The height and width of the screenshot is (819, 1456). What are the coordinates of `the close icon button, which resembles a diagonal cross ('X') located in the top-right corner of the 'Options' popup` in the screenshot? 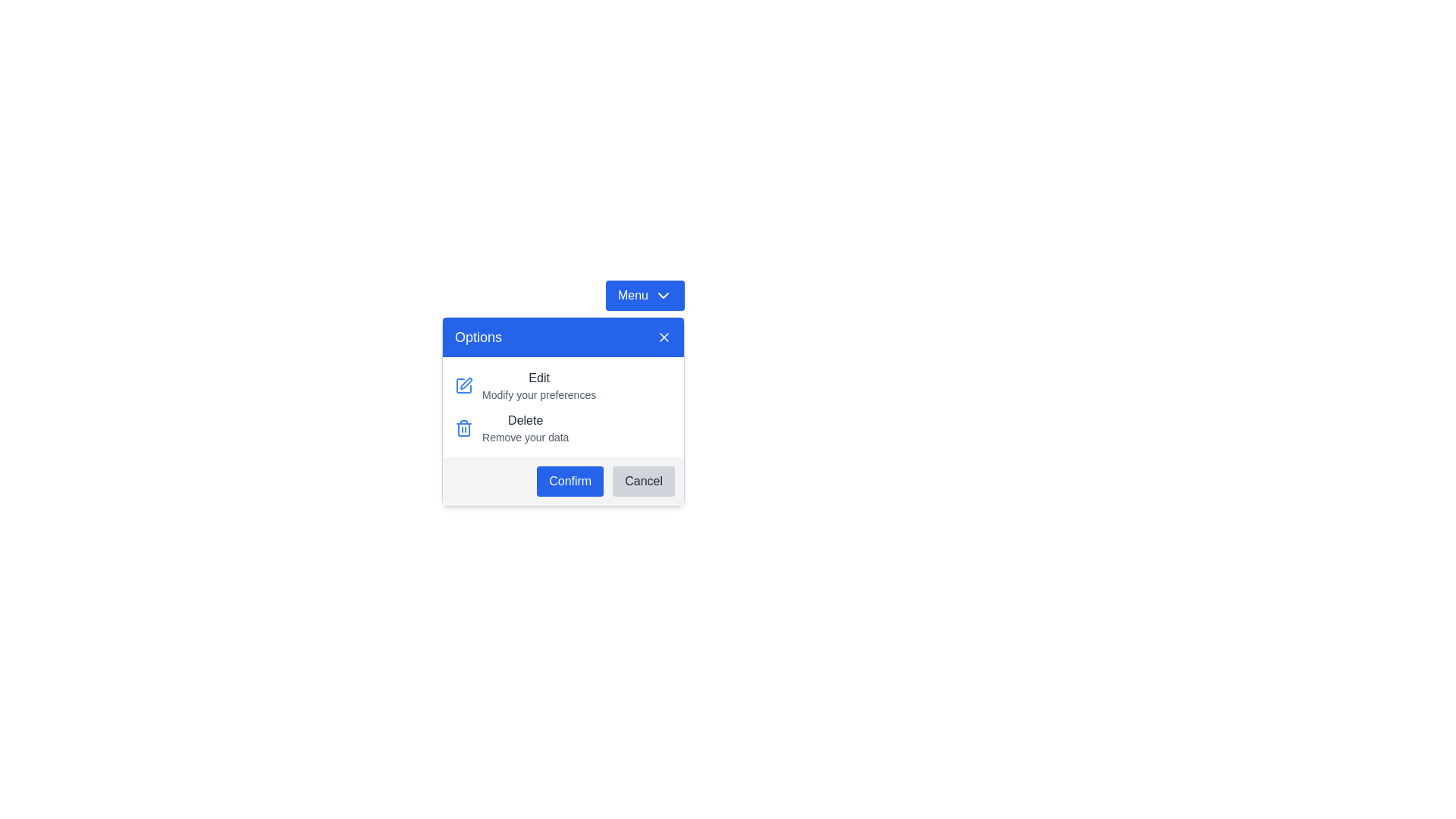 It's located at (664, 336).